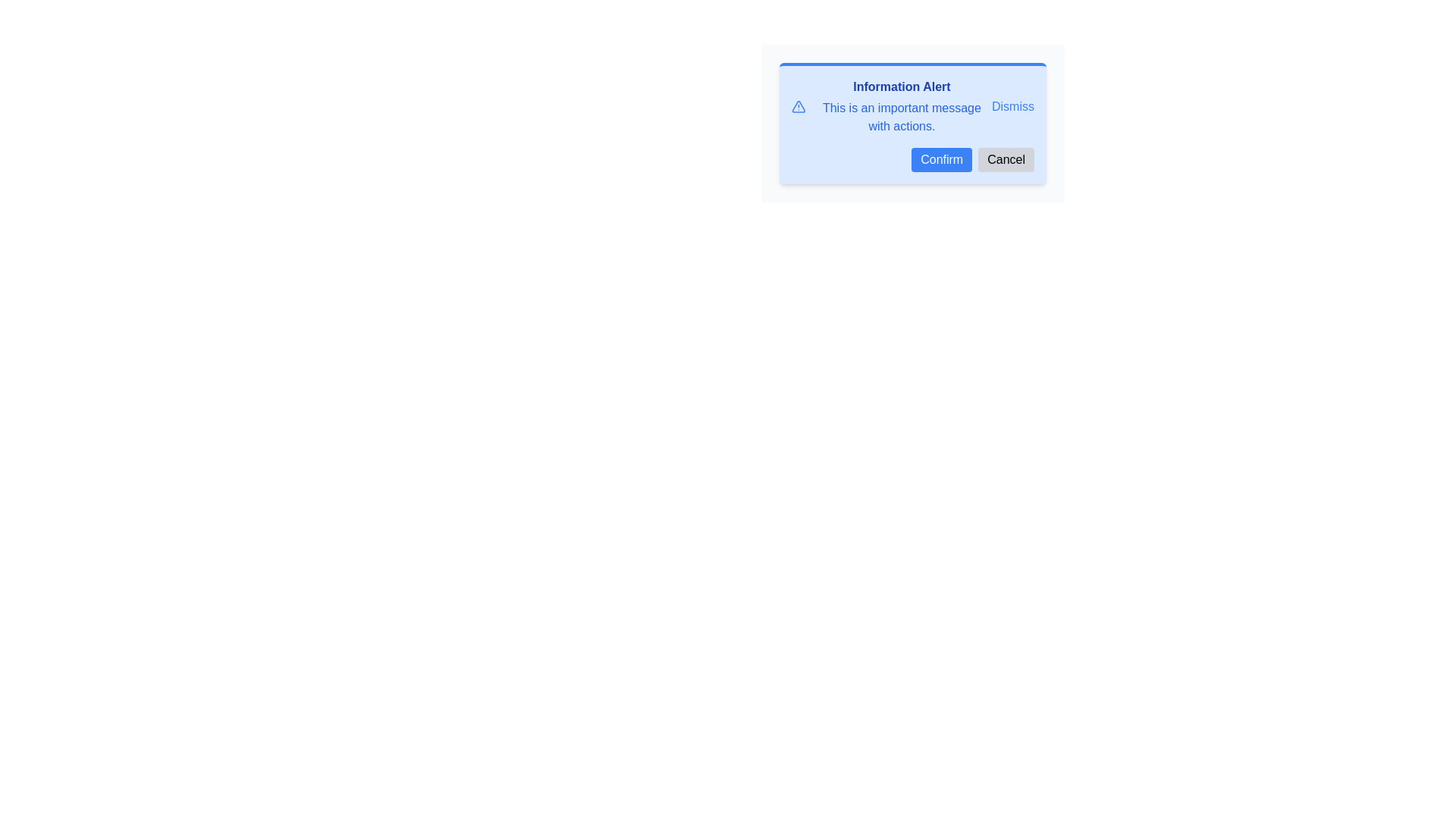 The width and height of the screenshot is (1456, 819). I want to click on the 'Dismiss' text link in the top-right corner of the notification interface, so click(1012, 106).